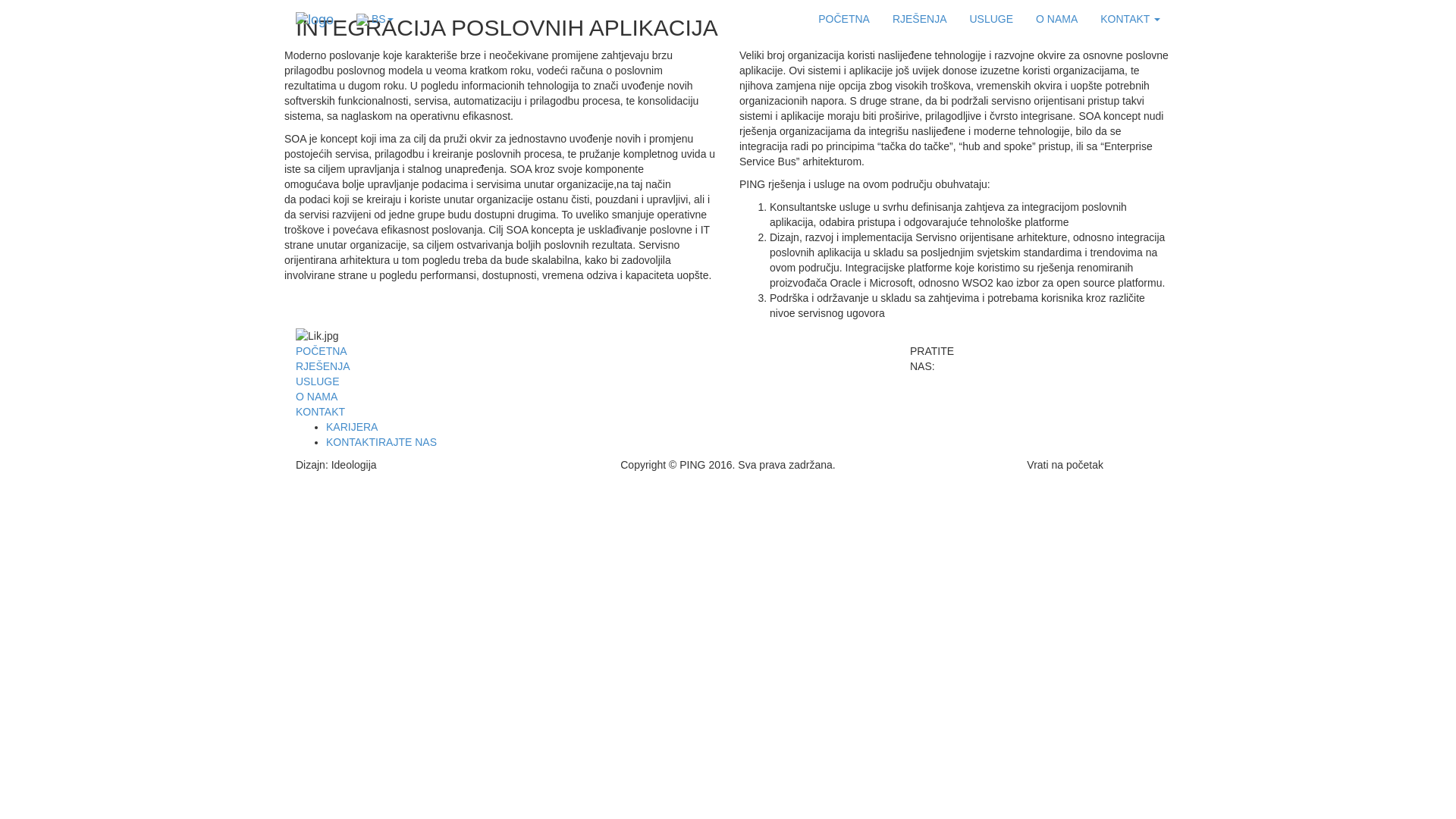  What do you see at coordinates (315, 396) in the screenshot?
I see `'O NAMA'` at bounding box center [315, 396].